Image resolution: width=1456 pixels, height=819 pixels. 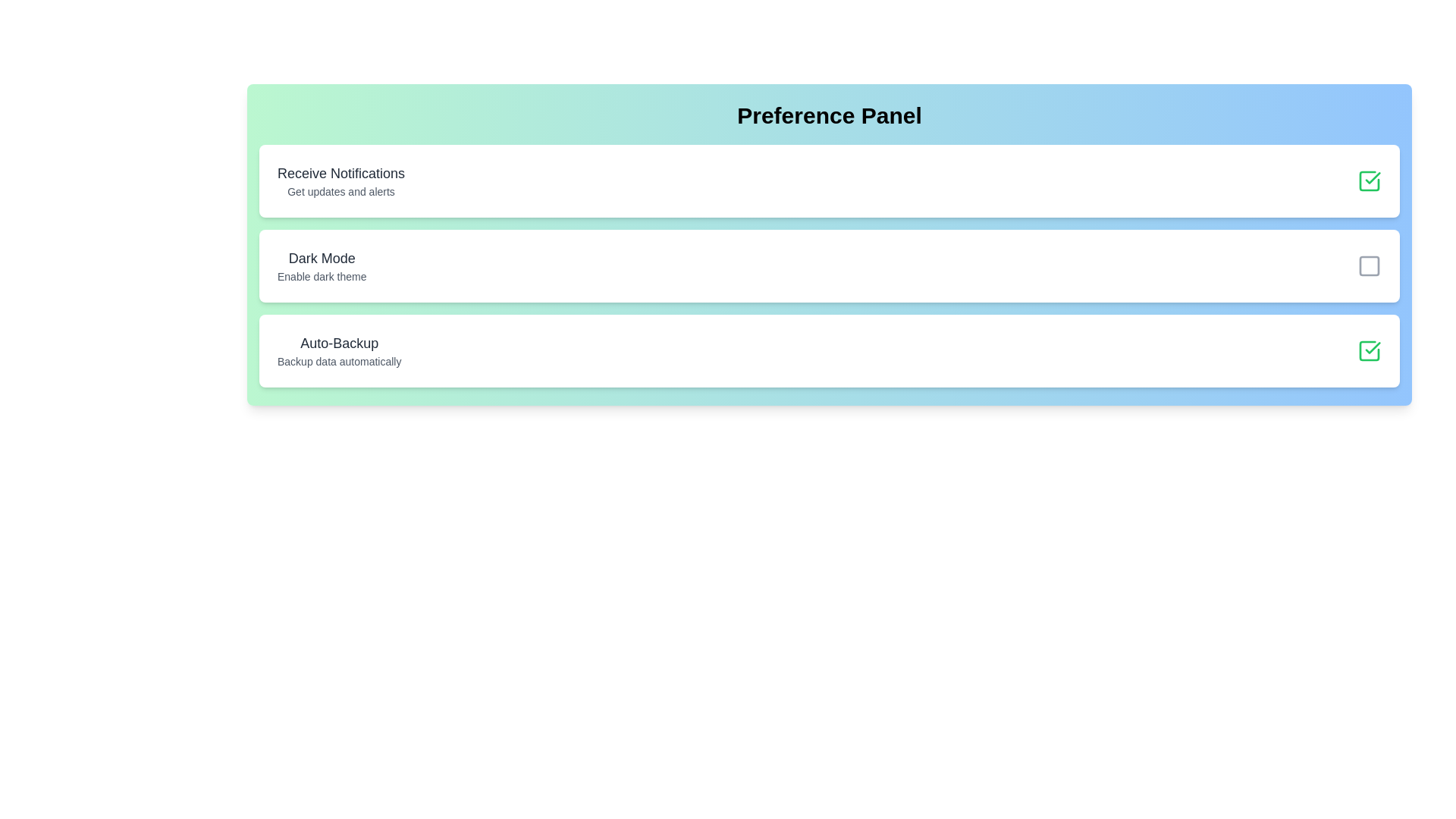 What do you see at coordinates (338, 362) in the screenshot?
I see `the descriptive subtitle text label for the 'Auto-Backup' preference option located directly below the main title 'Auto-Backup'` at bounding box center [338, 362].